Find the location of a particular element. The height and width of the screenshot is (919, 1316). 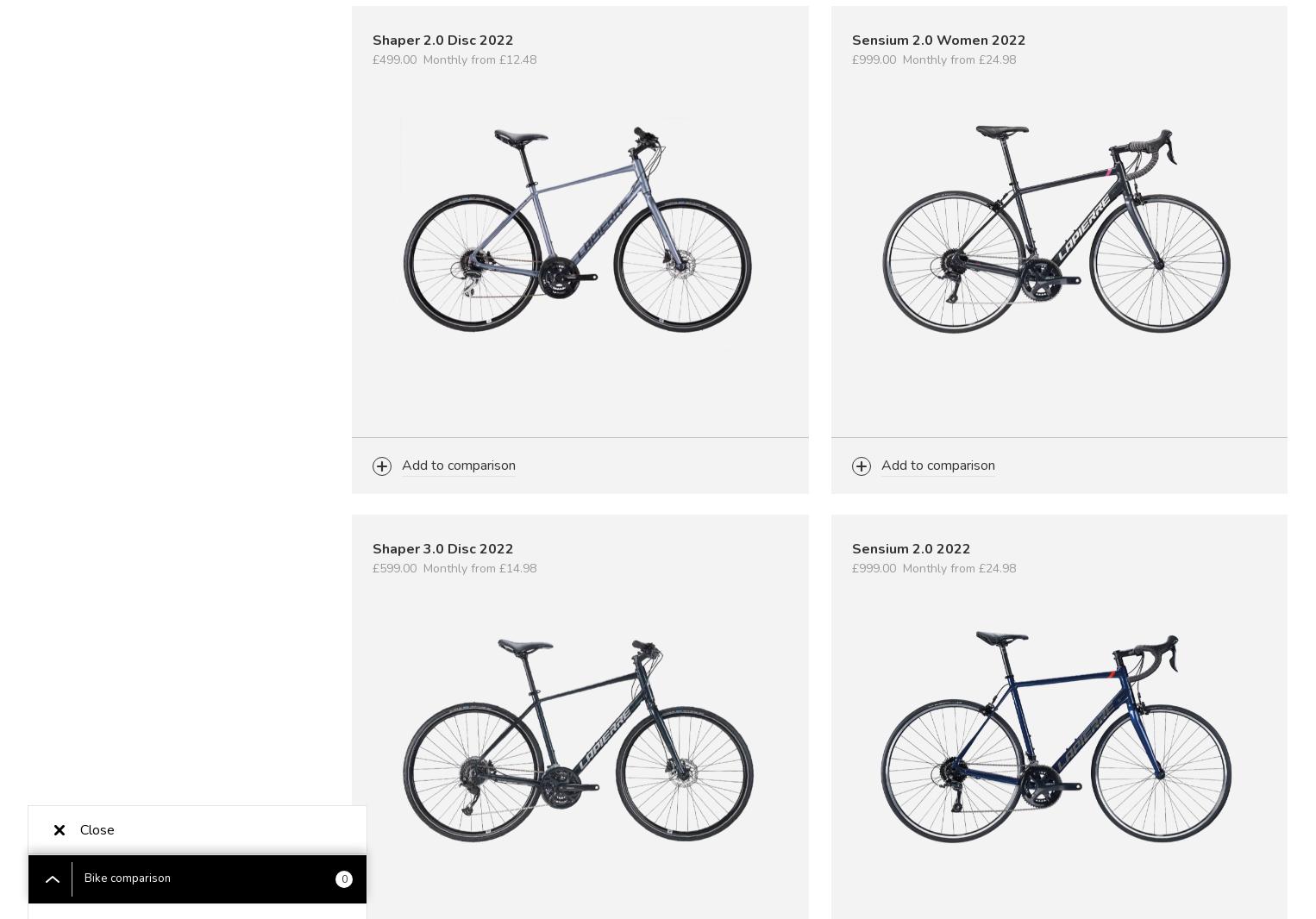

'£499.00' is located at coordinates (373, 59).